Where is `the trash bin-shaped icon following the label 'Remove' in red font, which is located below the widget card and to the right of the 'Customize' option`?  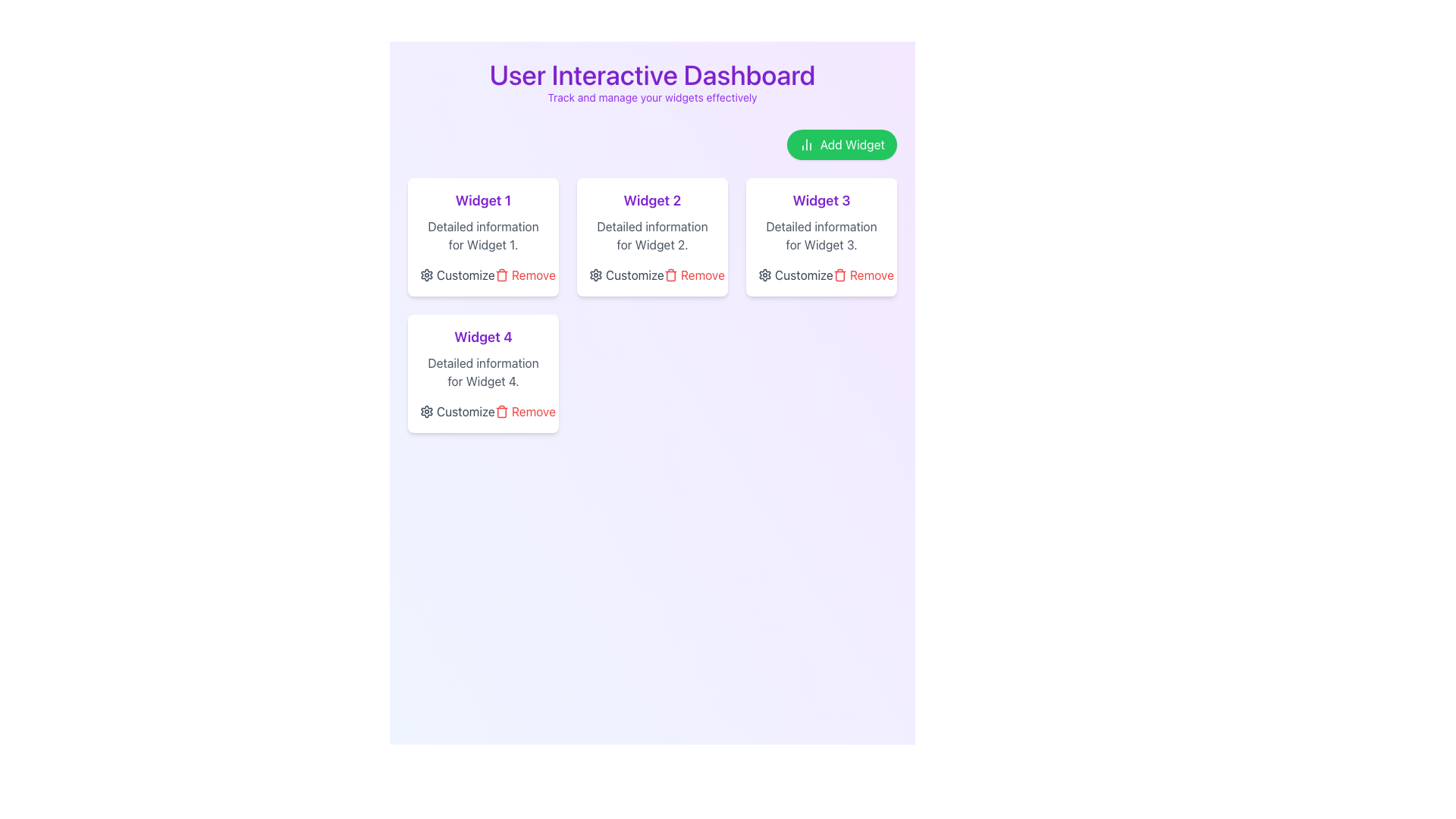 the trash bin-shaped icon following the label 'Remove' in red font, which is located below the widget card and to the right of the 'Customize' option is located at coordinates (670, 275).